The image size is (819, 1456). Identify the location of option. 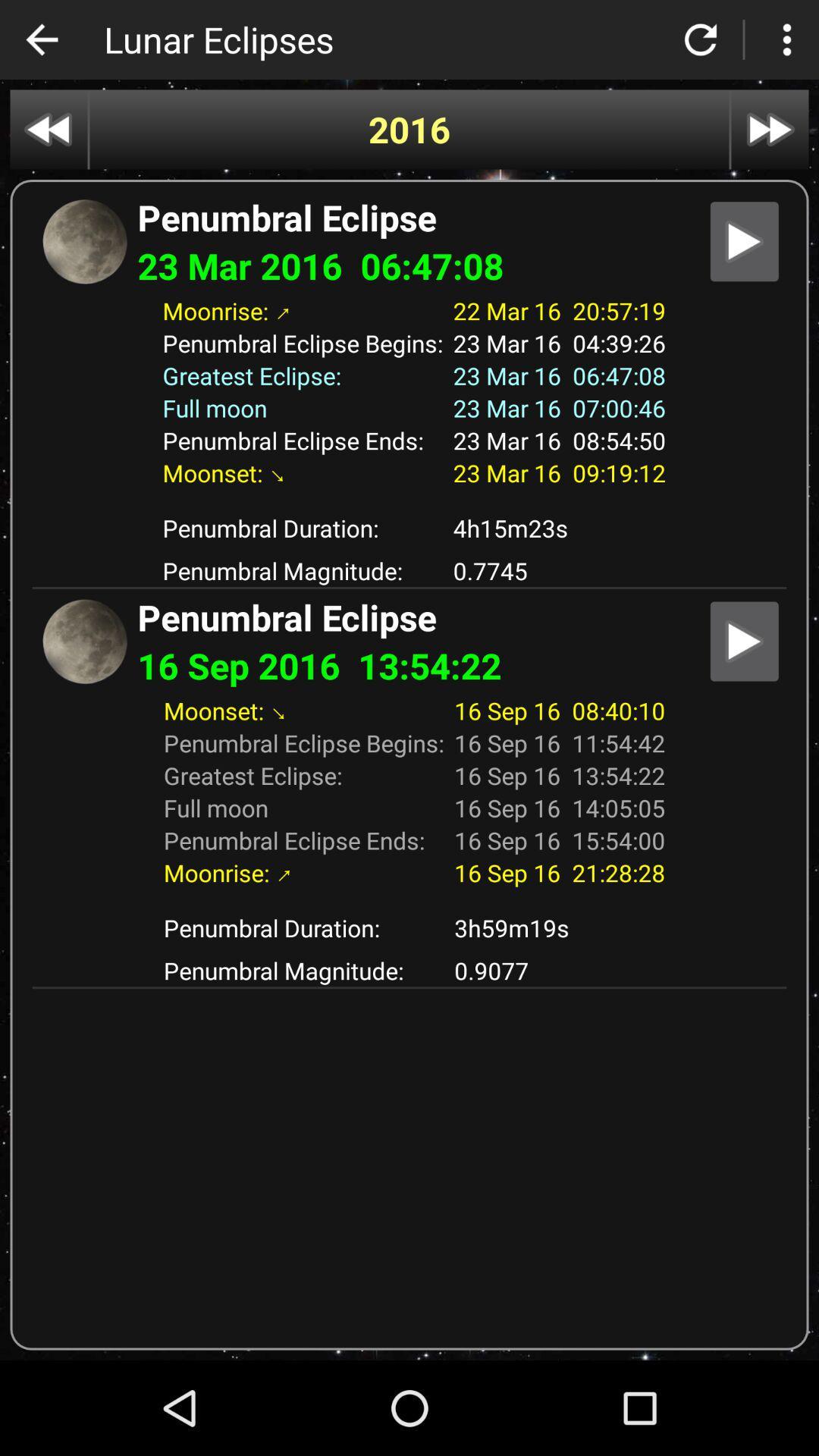
(743, 641).